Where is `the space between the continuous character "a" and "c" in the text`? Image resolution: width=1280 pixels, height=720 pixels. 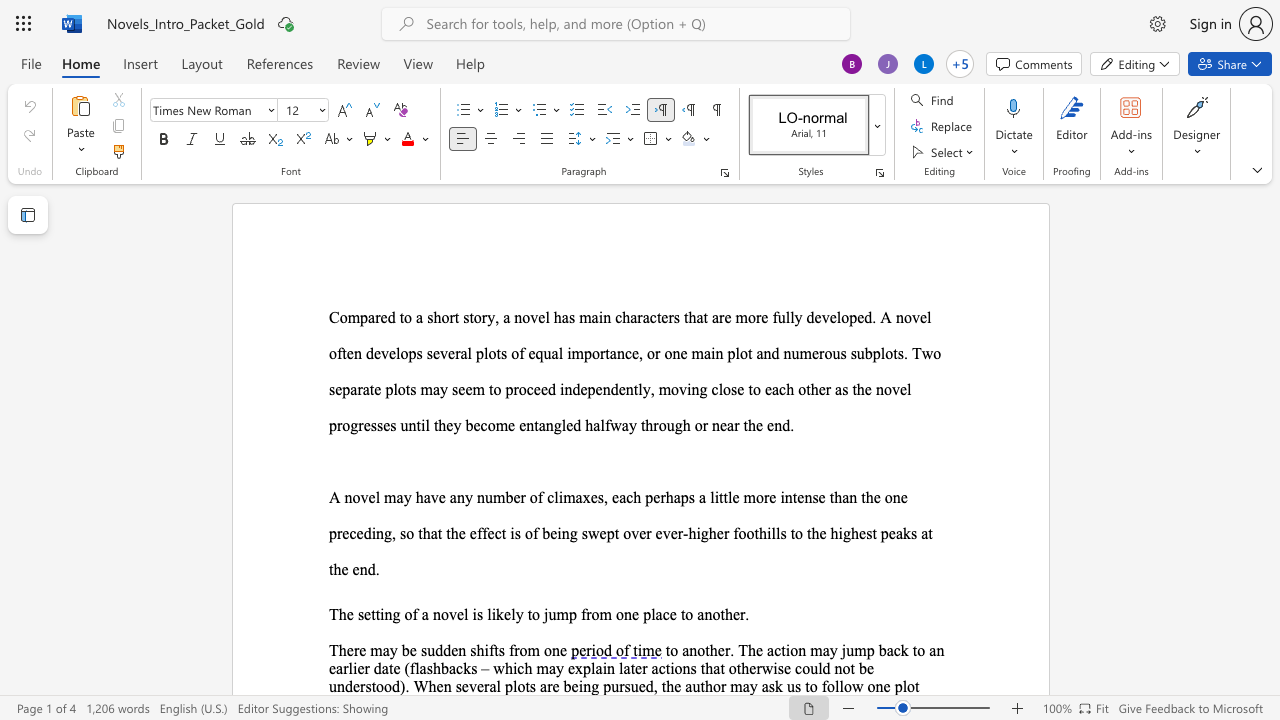 the space between the continuous character "a" and "c" in the text is located at coordinates (625, 496).